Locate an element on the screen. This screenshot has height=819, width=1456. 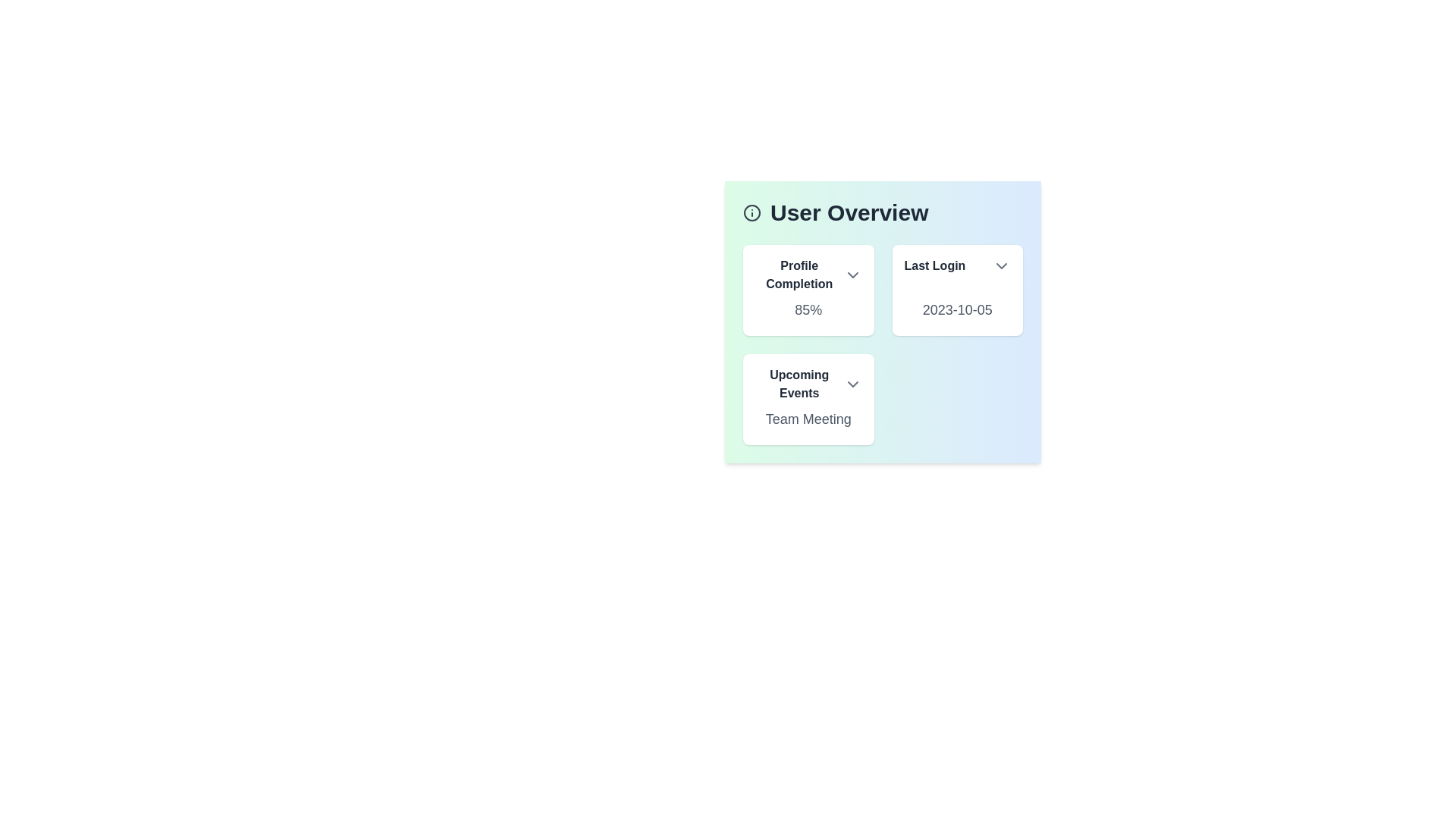
text displayed in the text display element that shows 'Team Meeting', located under the heading 'Upcoming Events' in the card-like component is located at coordinates (808, 419).